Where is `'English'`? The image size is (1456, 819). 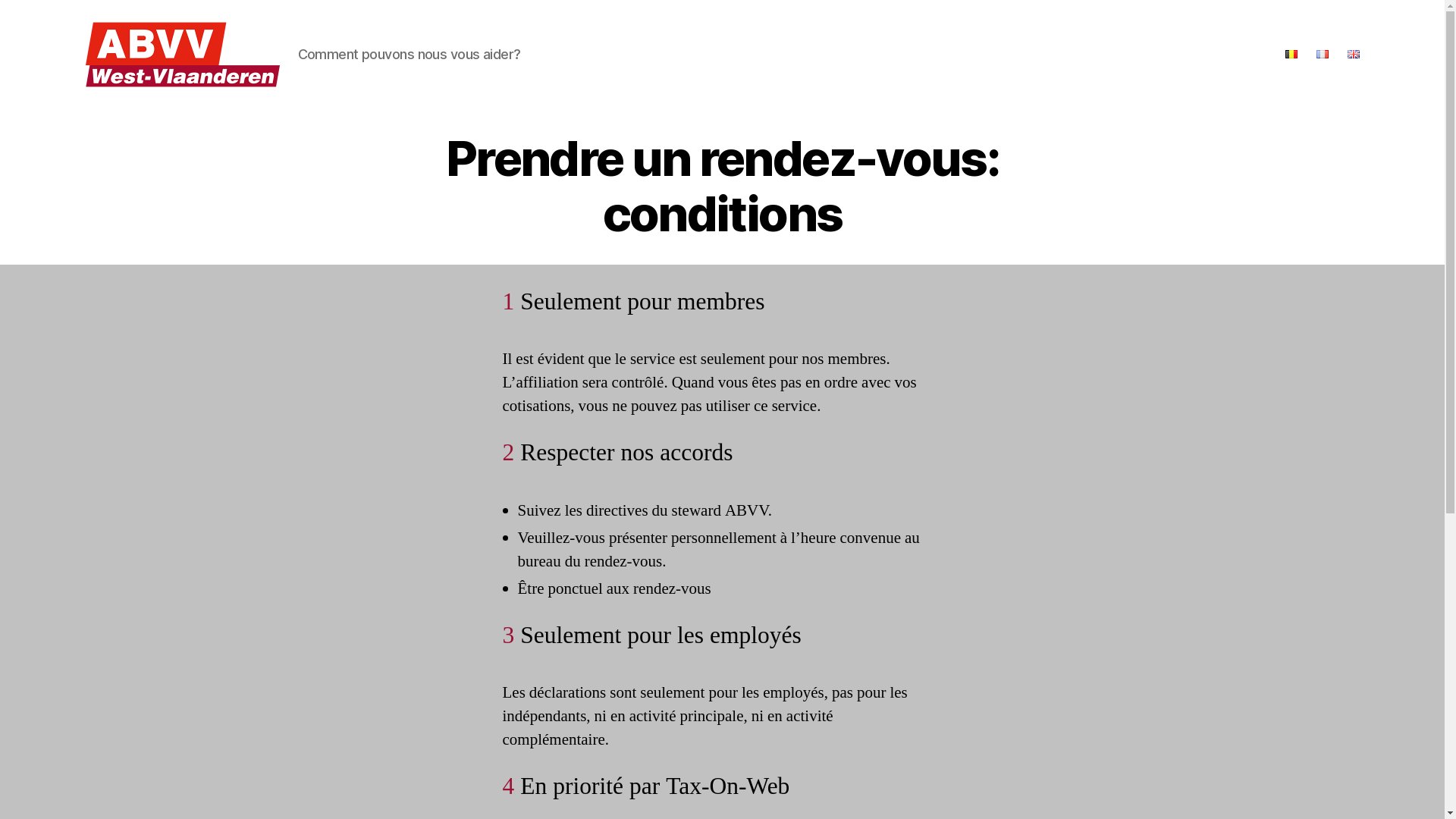
'English' is located at coordinates (1353, 53).